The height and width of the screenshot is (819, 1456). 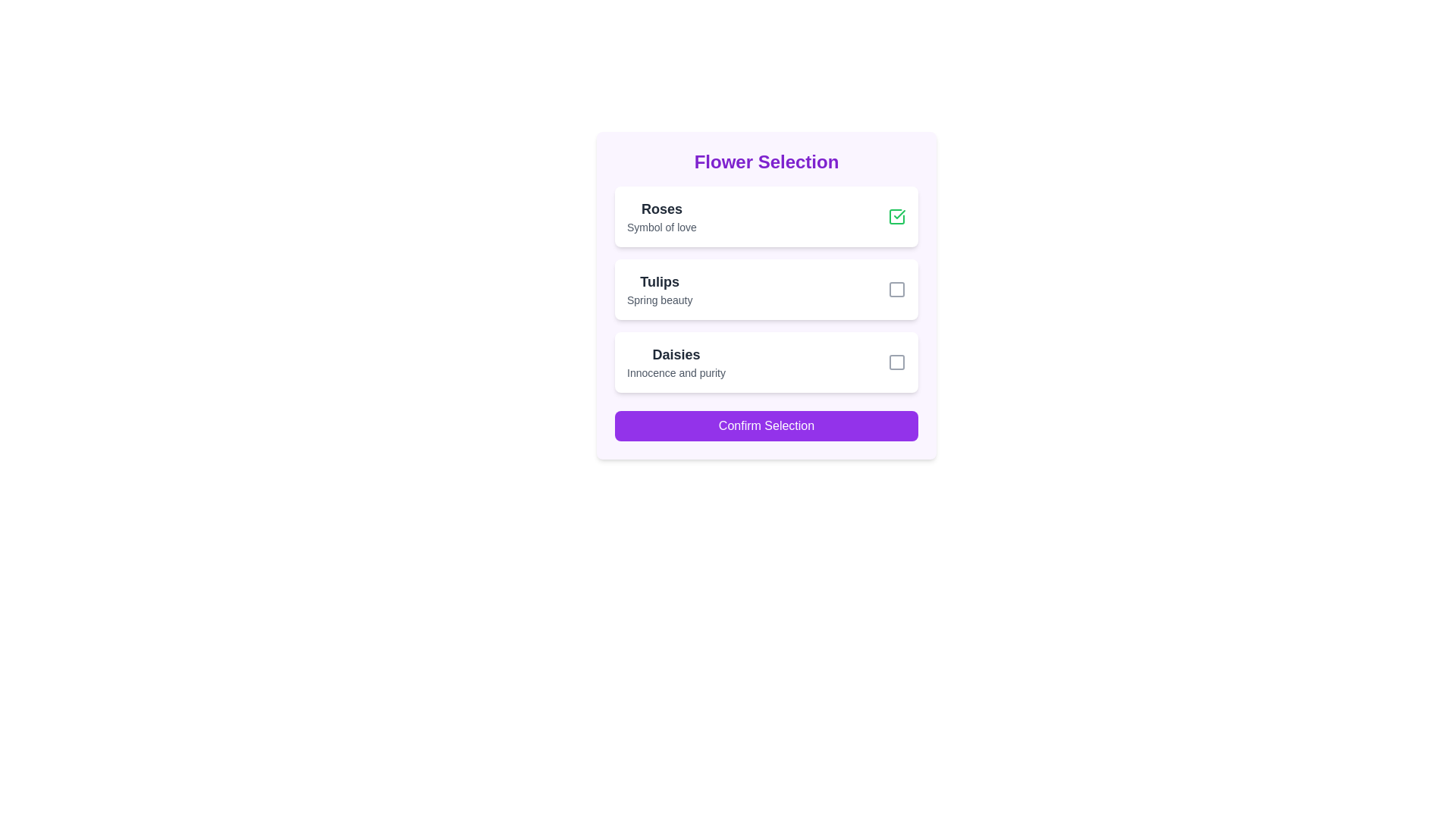 What do you see at coordinates (767, 362) in the screenshot?
I see `the selectable option for 'Daisies', which is the last item in a vertical list of selections, positioned between 'Tulips' and the 'Confirm Selection' button` at bounding box center [767, 362].